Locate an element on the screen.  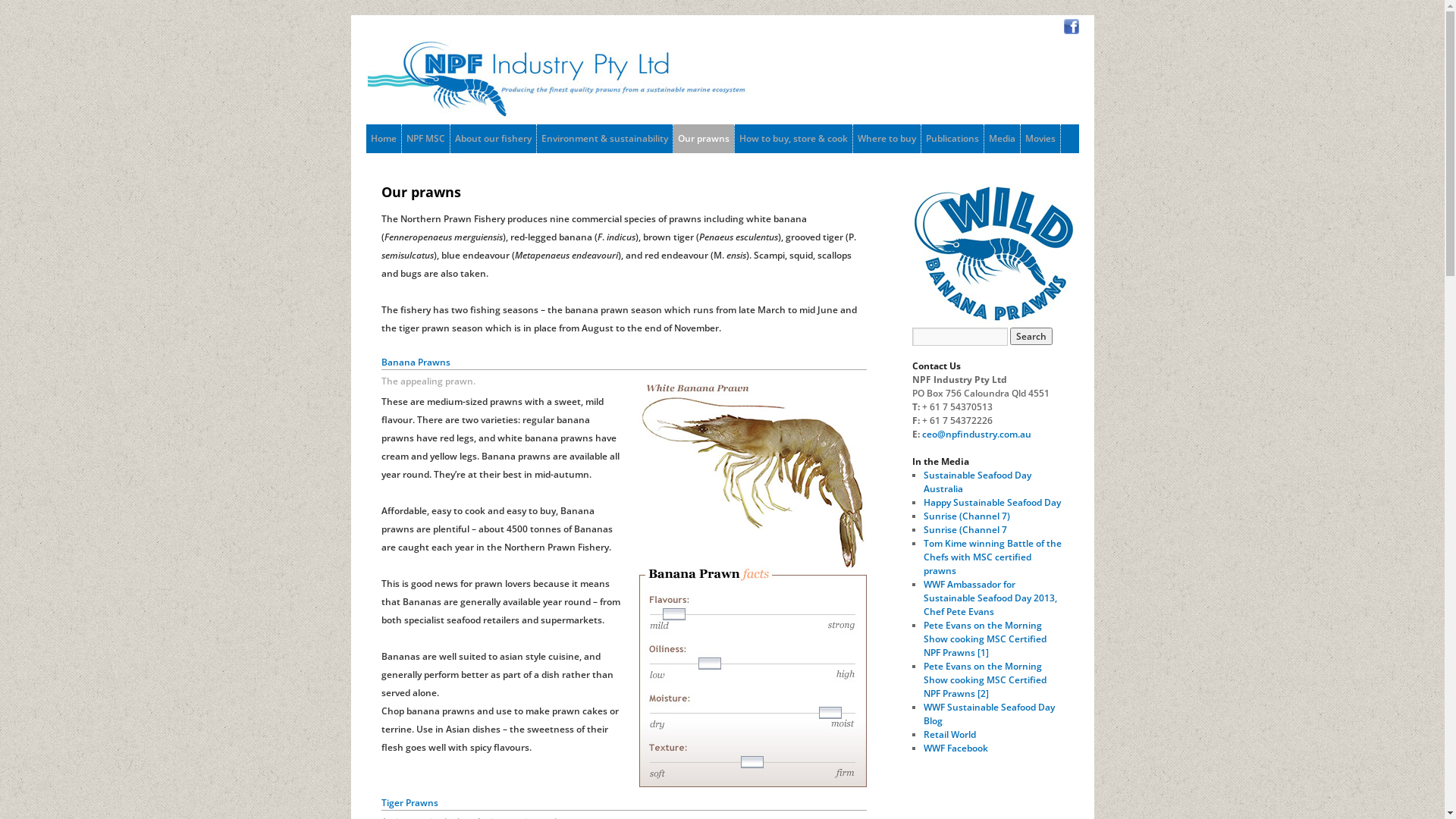
'Sunrise (Channel 7)' is located at coordinates (923, 515).